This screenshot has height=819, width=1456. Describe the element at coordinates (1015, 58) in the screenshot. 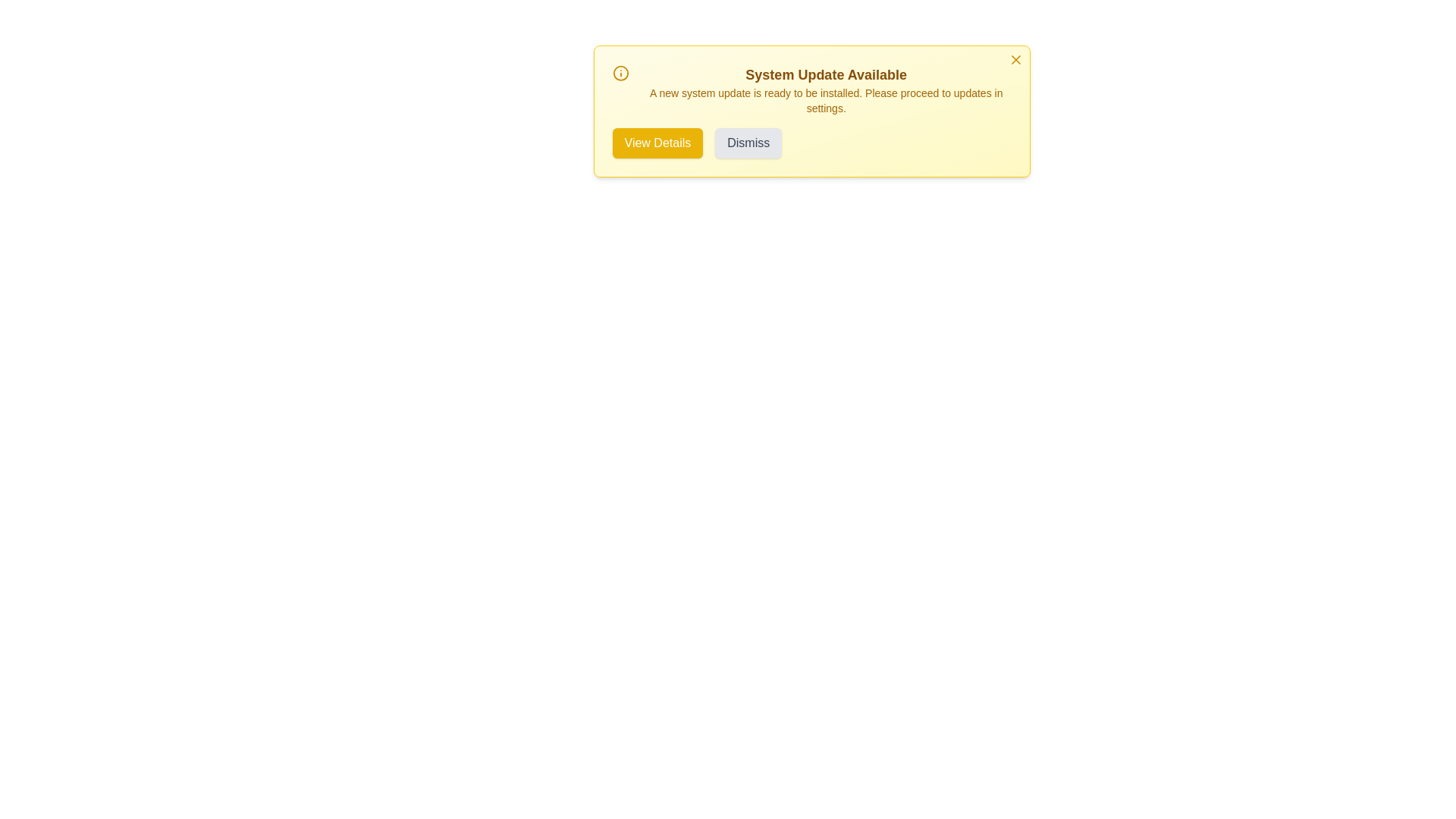

I see `the yellow close button at the top-right corner of the notification card titled 'System Update Available'` at that location.